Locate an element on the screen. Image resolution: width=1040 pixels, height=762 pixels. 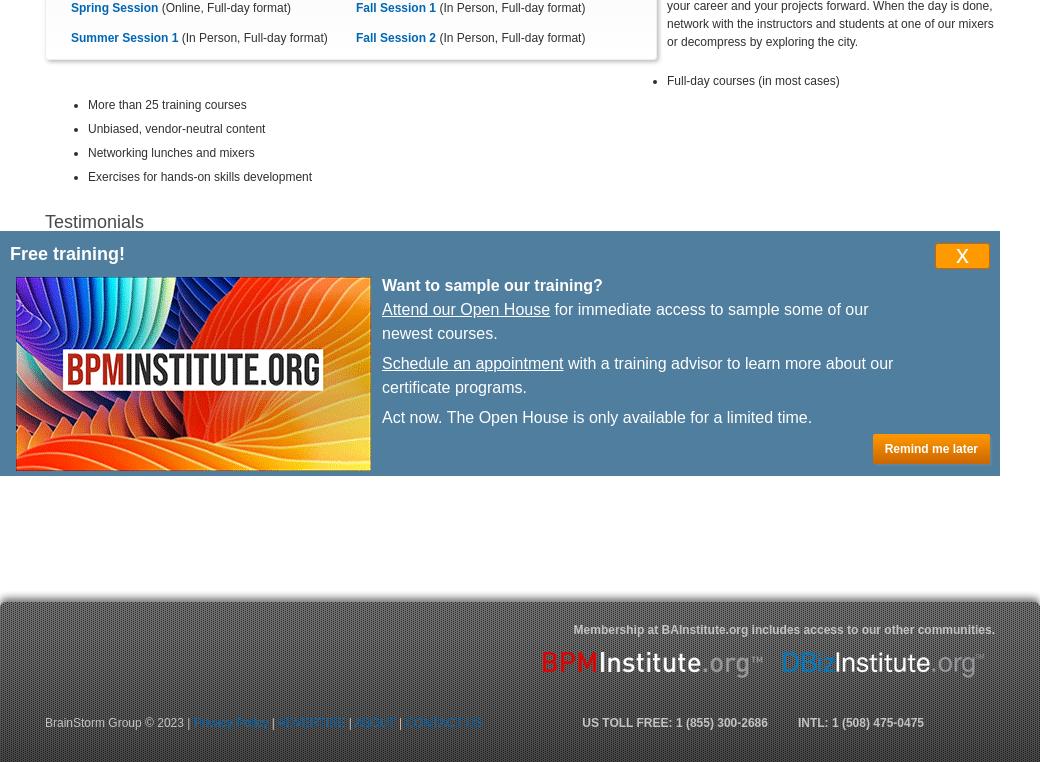
'Building a Business Architecture' is located at coordinates (139, 381).